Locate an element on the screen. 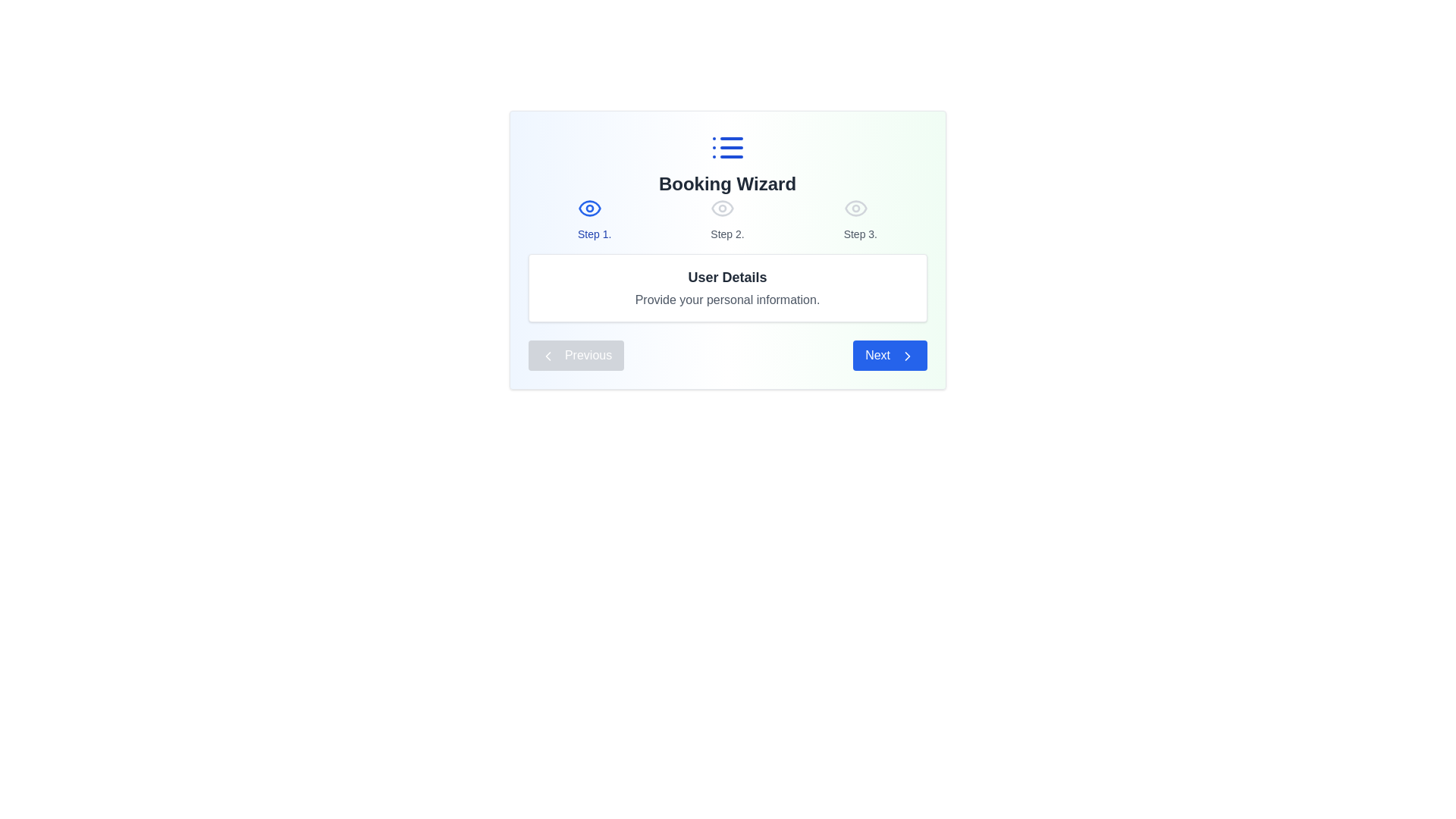 Image resolution: width=1456 pixels, height=819 pixels. the previous step navigation button located at the lower-left corner of the navigation control area is located at coordinates (575, 356).